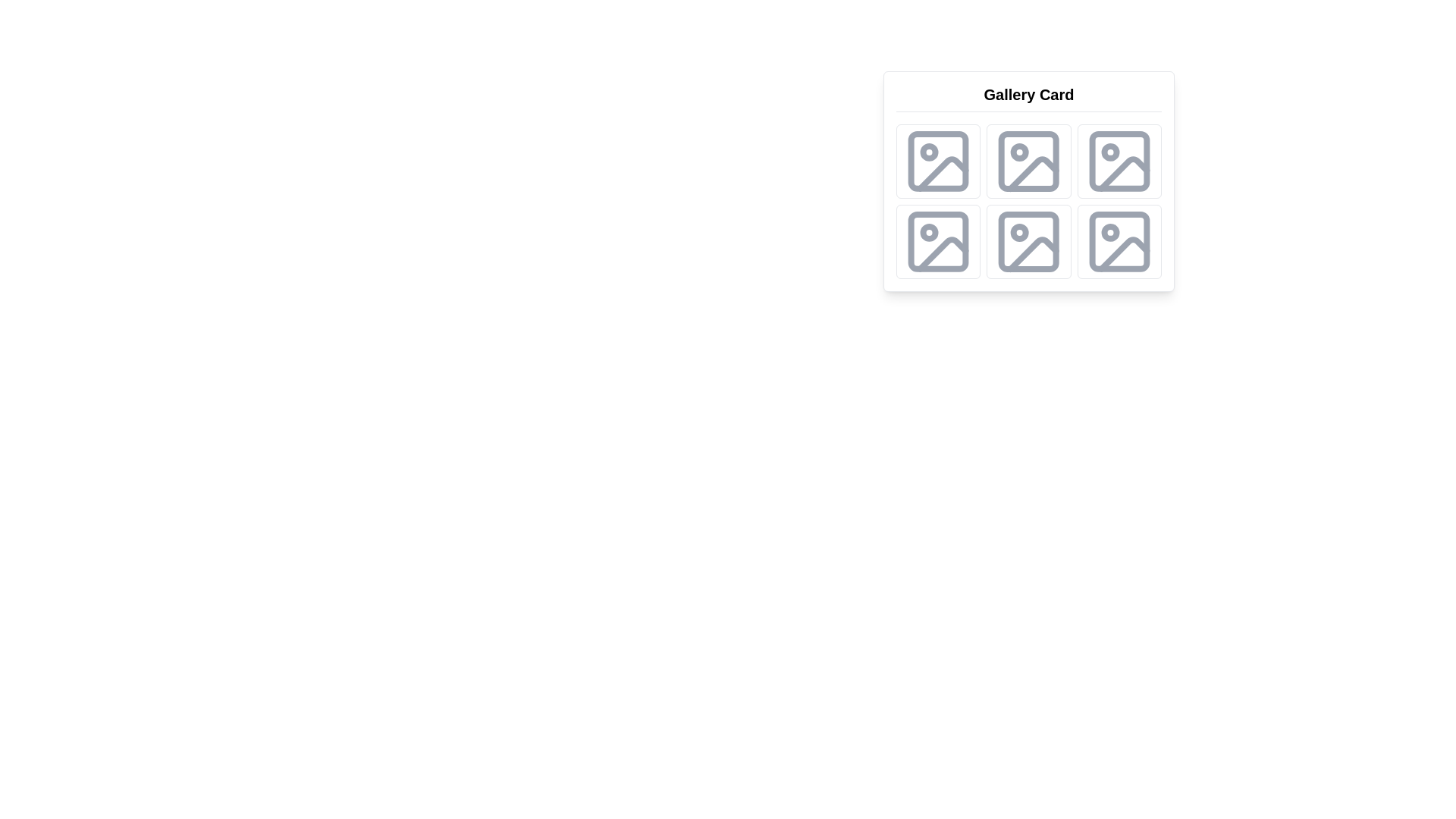 The image size is (1456, 819). Describe the element at coordinates (1029, 161) in the screenshot. I see `the image placeholder icon in the Gallery Card, which is the middle element of the second row in a 3x3 matrix layout and is associated with the caption 'Caption 2'` at that location.